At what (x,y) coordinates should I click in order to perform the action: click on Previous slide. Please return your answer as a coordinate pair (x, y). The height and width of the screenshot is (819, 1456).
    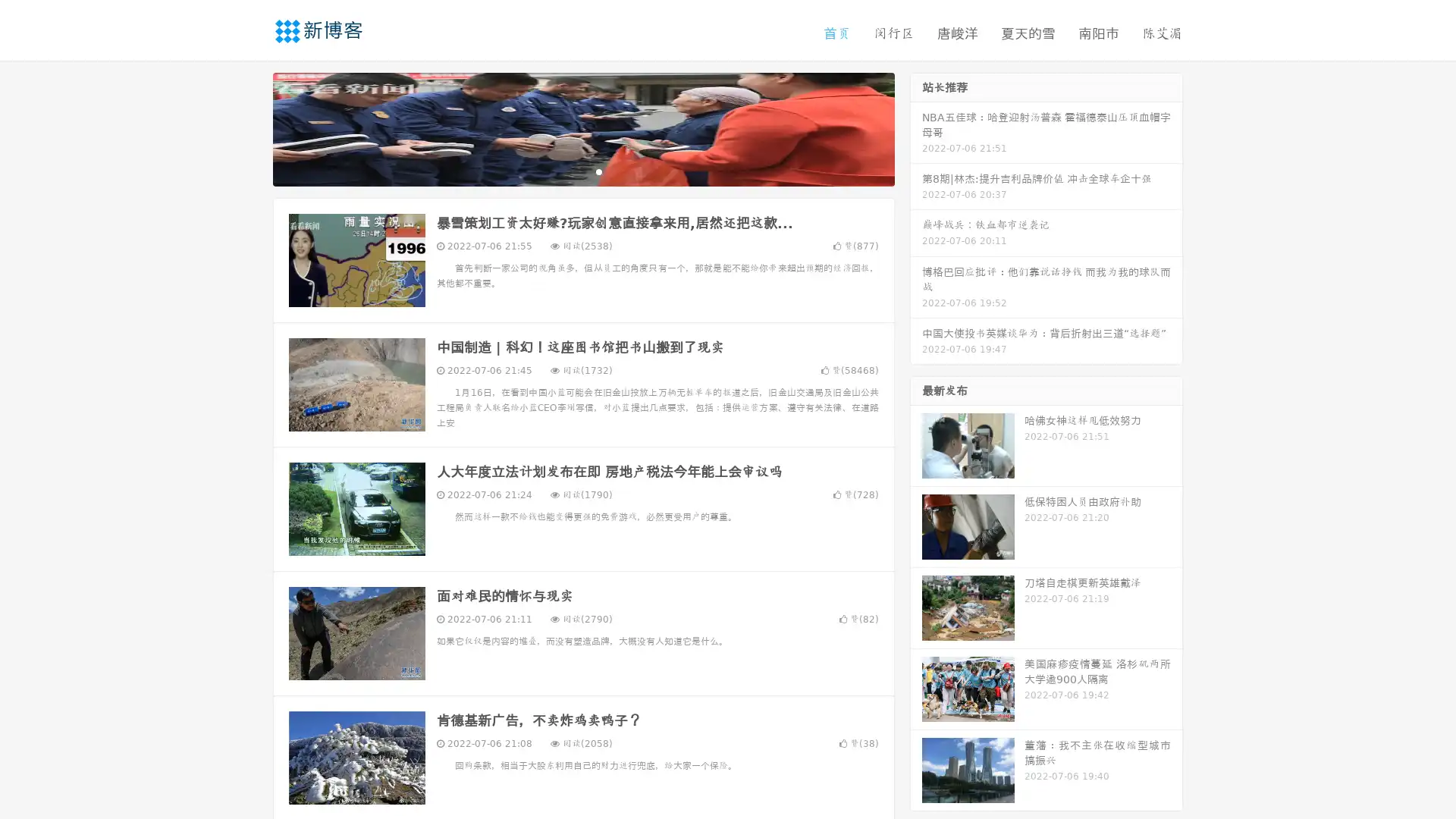
    Looking at the image, I should click on (250, 127).